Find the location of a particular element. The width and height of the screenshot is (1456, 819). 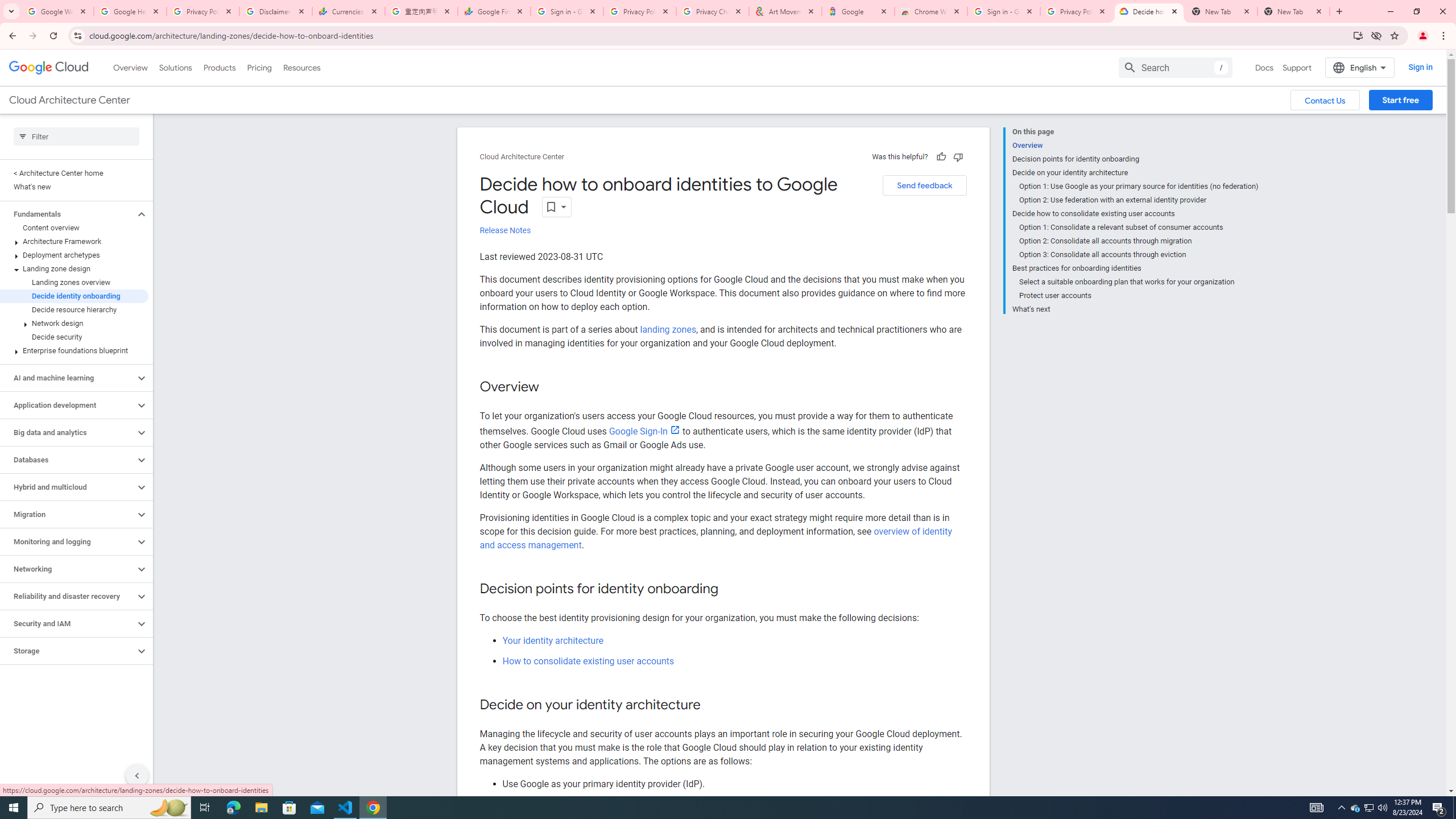

'What' is located at coordinates (74, 187).